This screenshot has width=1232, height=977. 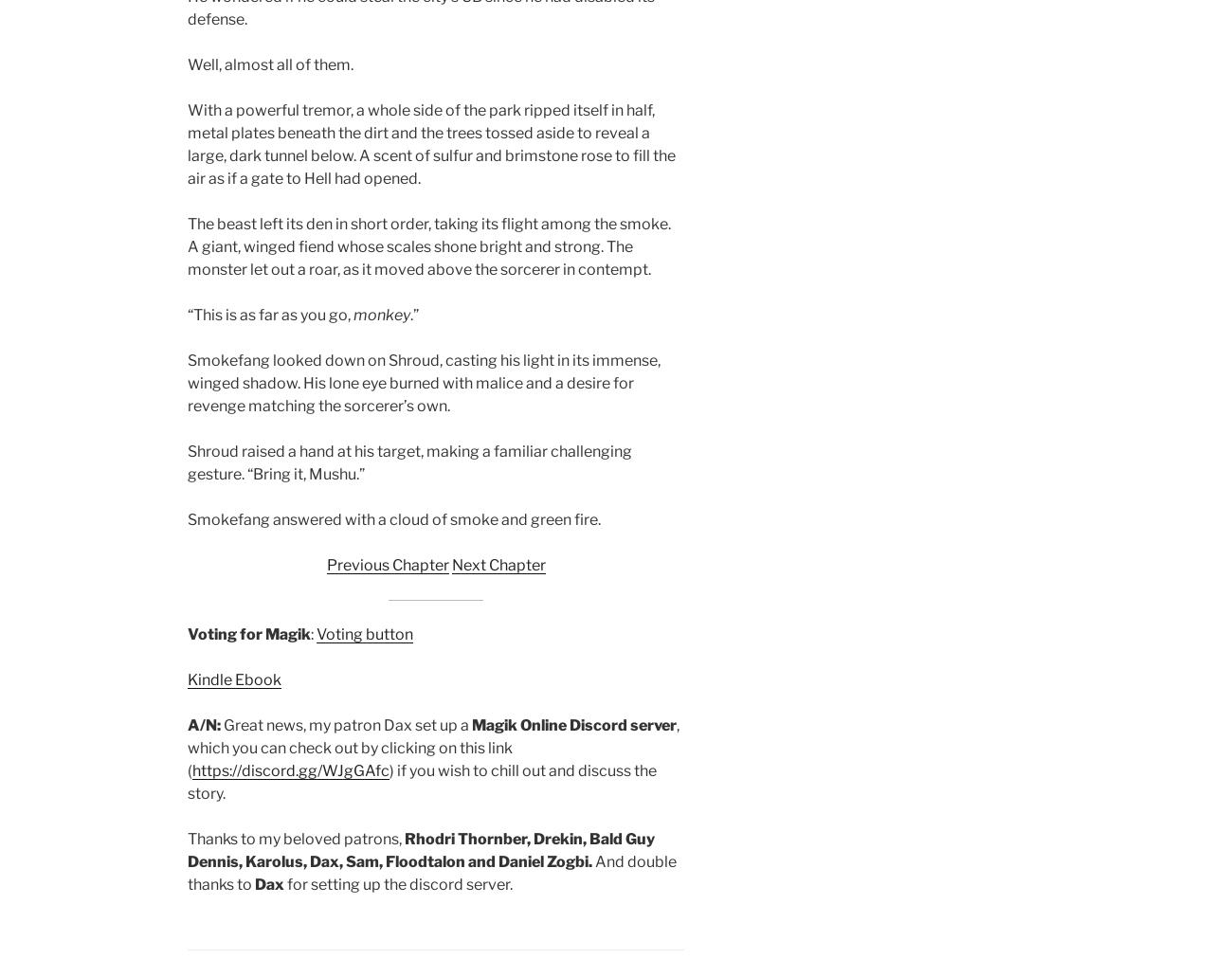 I want to click on '.”', so click(x=413, y=314).